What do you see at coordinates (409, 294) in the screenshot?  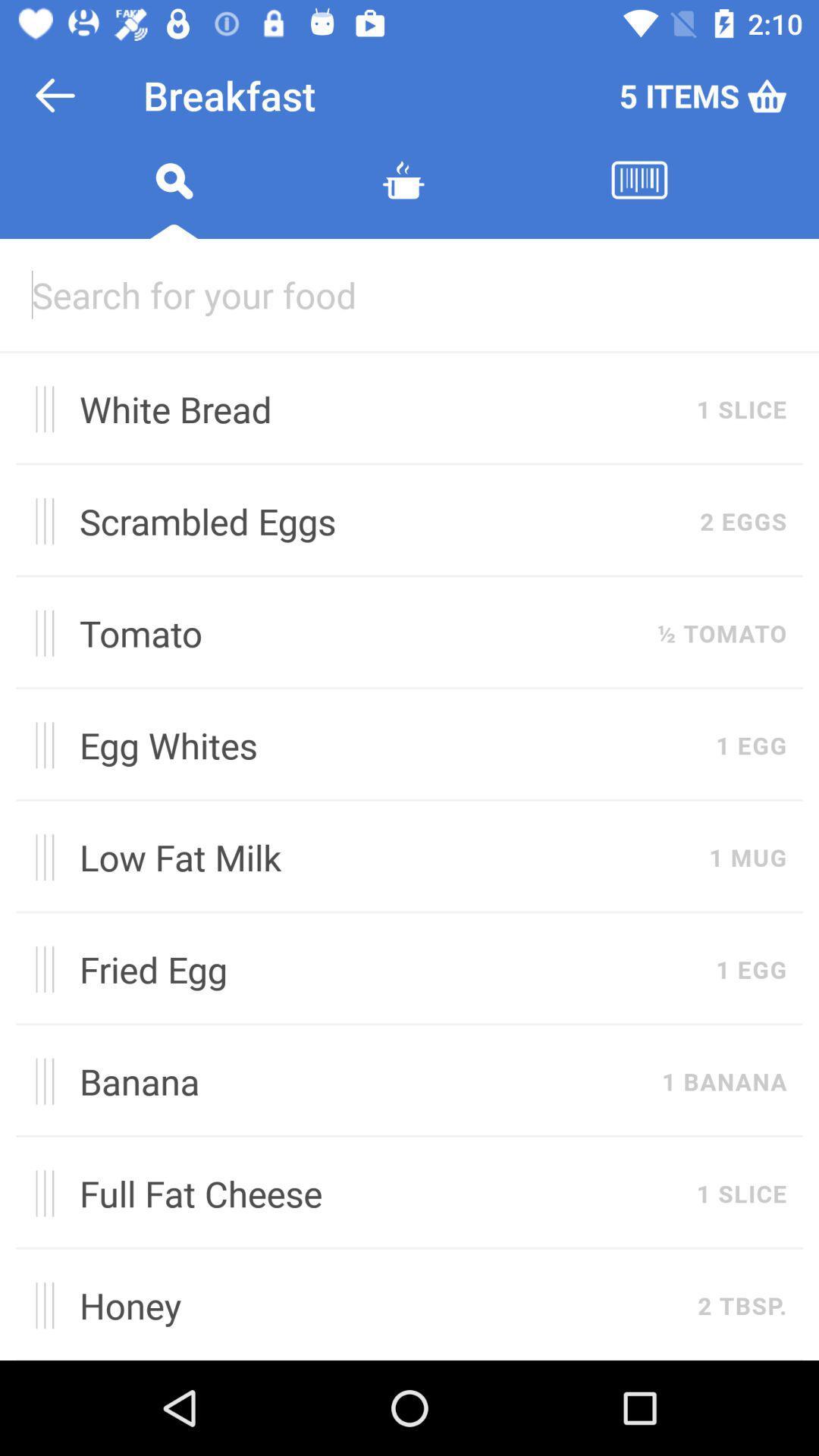 I see `because back devicer` at bounding box center [409, 294].